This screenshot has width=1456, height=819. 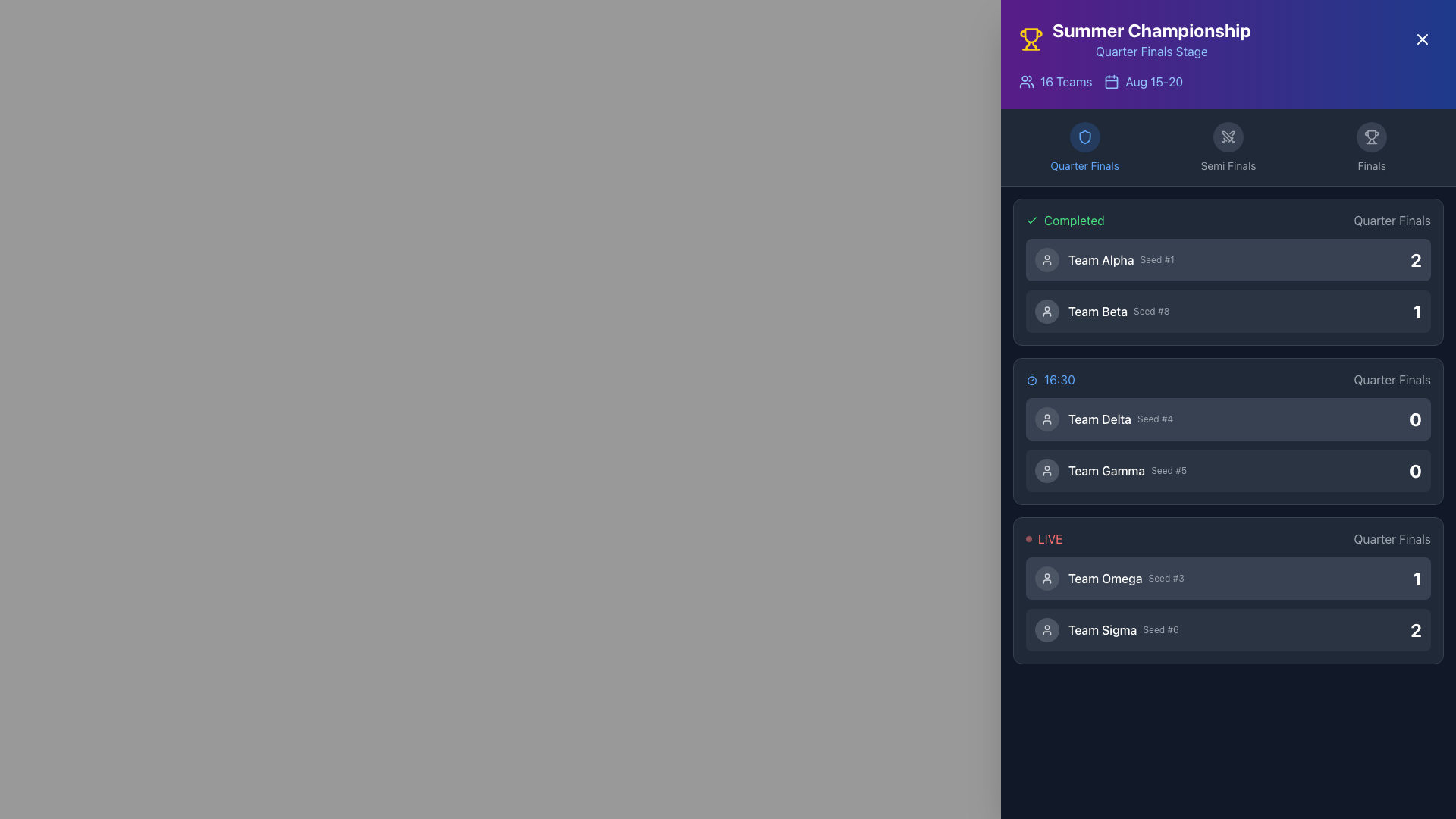 What do you see at coordinates (1392, 538) in the screenshot?
I see `the 'Quarter Finals' text label located at the bottom-right corner of the card, which is displayed in gray against a dark background` at bounding box center [1392, 538].